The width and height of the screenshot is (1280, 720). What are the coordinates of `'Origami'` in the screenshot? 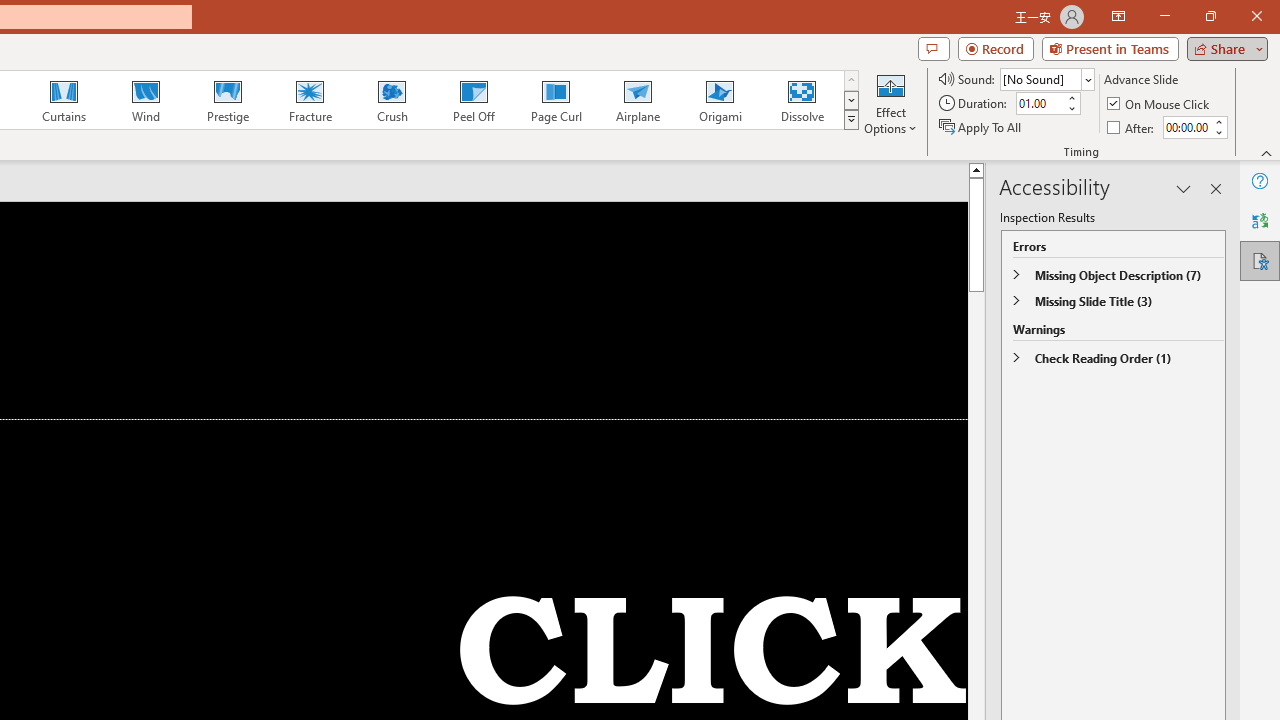 It's located at (720, 100).